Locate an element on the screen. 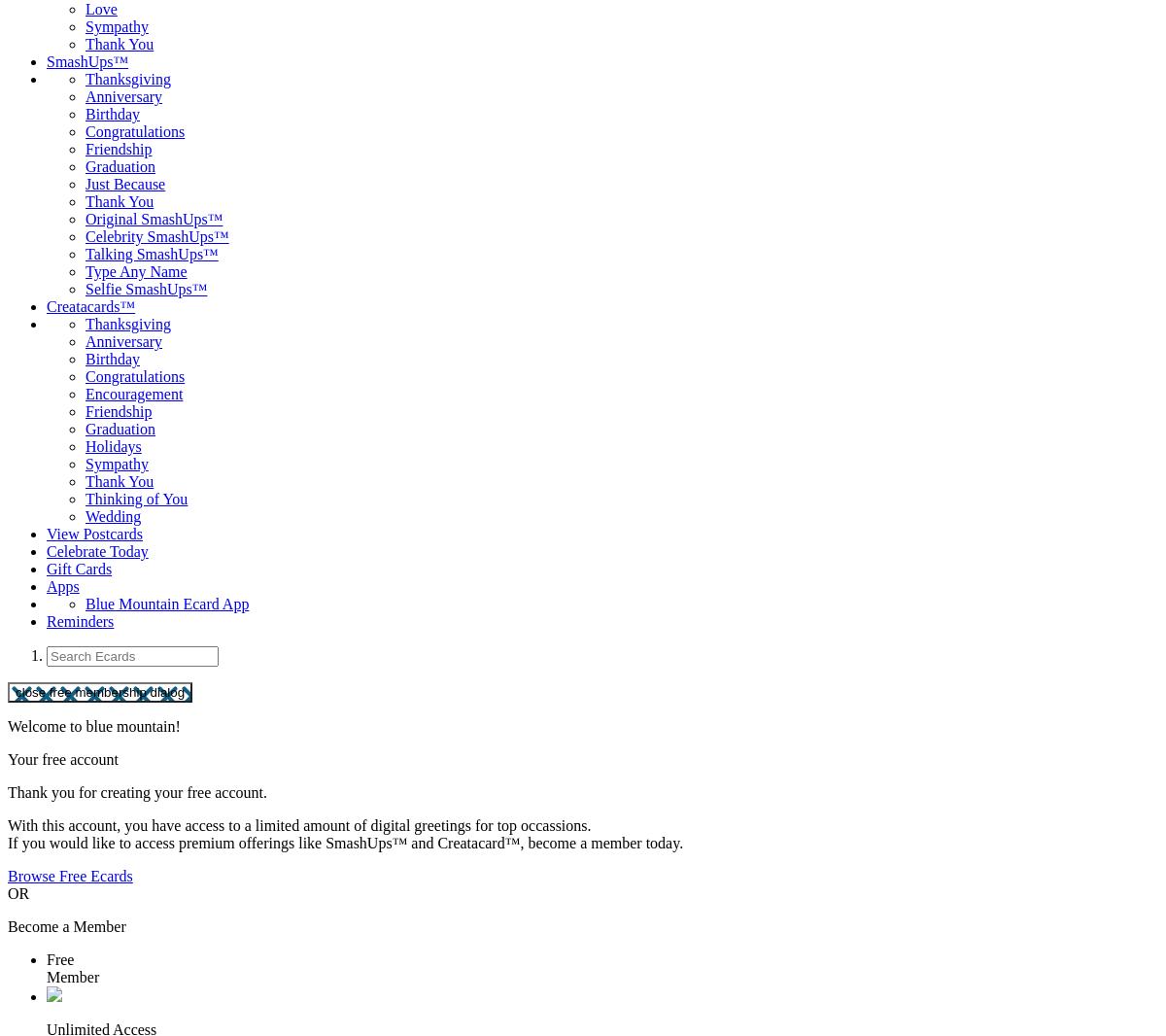 Image resolution: width=1166 pixels, height=1036 pixels. 'Your free account' is located at coordinates (62, 758).